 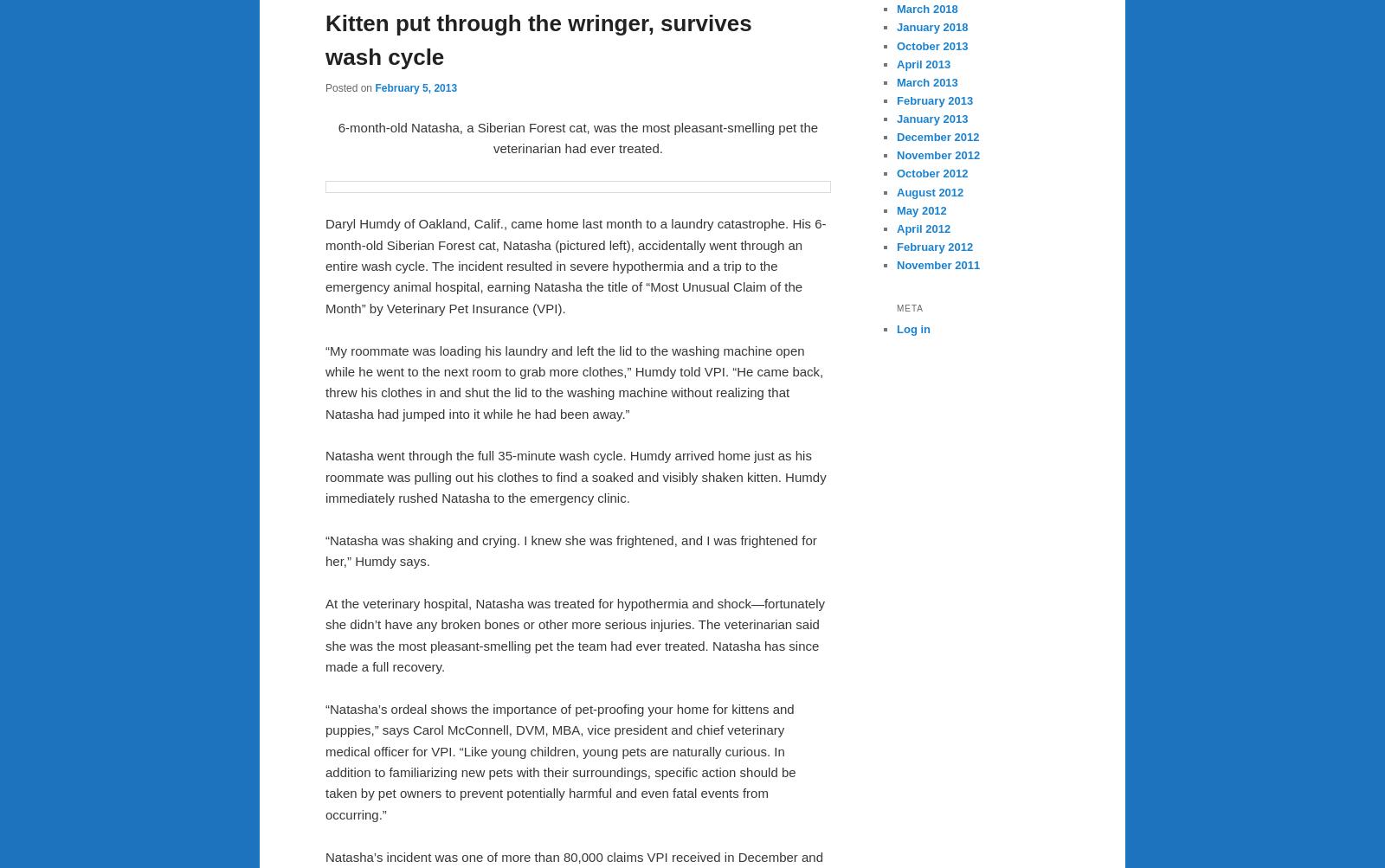 What do you see at coordinates (575, 633) in the screenshot?
I see `'At the veterinary hospital, Natasha was treated for hypothermia and shock—fortunately she didn’t have any broken bones or other more serious injuries. The veterinarian said she was the most pleasant-smelling pet the team had ever treated. Natasha has since made a full recovery.'` at bounding box center [575, 633].